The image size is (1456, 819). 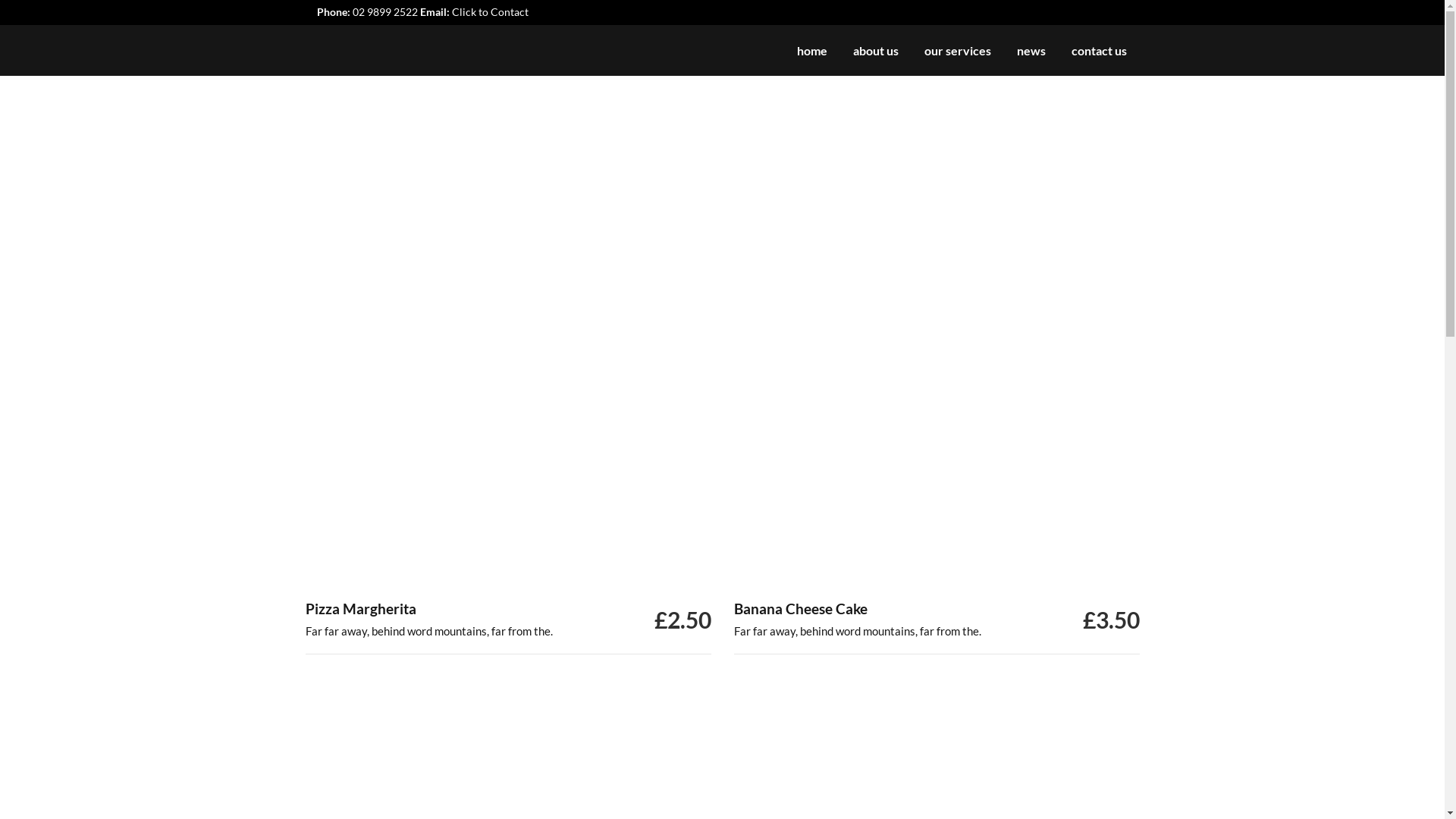 What do you see at coordinates (384, 11) in the screenshot?
I see `'02 9899 2522'` at bounding box center [384, 11].